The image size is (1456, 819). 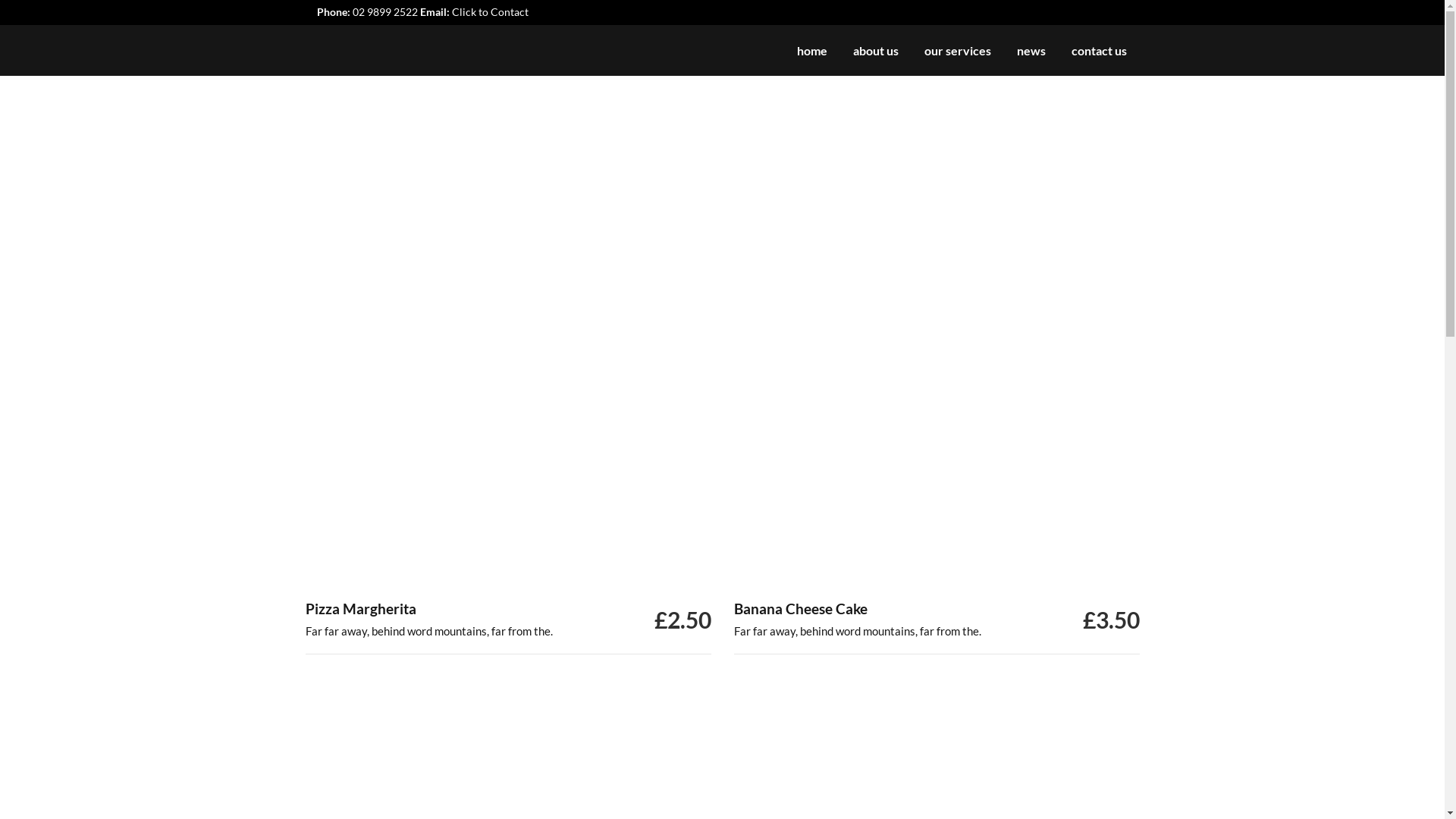 What do you see at coordinates (384, 11) in the screenshot?
I see `'02 9899 2522'` at bounding box center [384, 11].